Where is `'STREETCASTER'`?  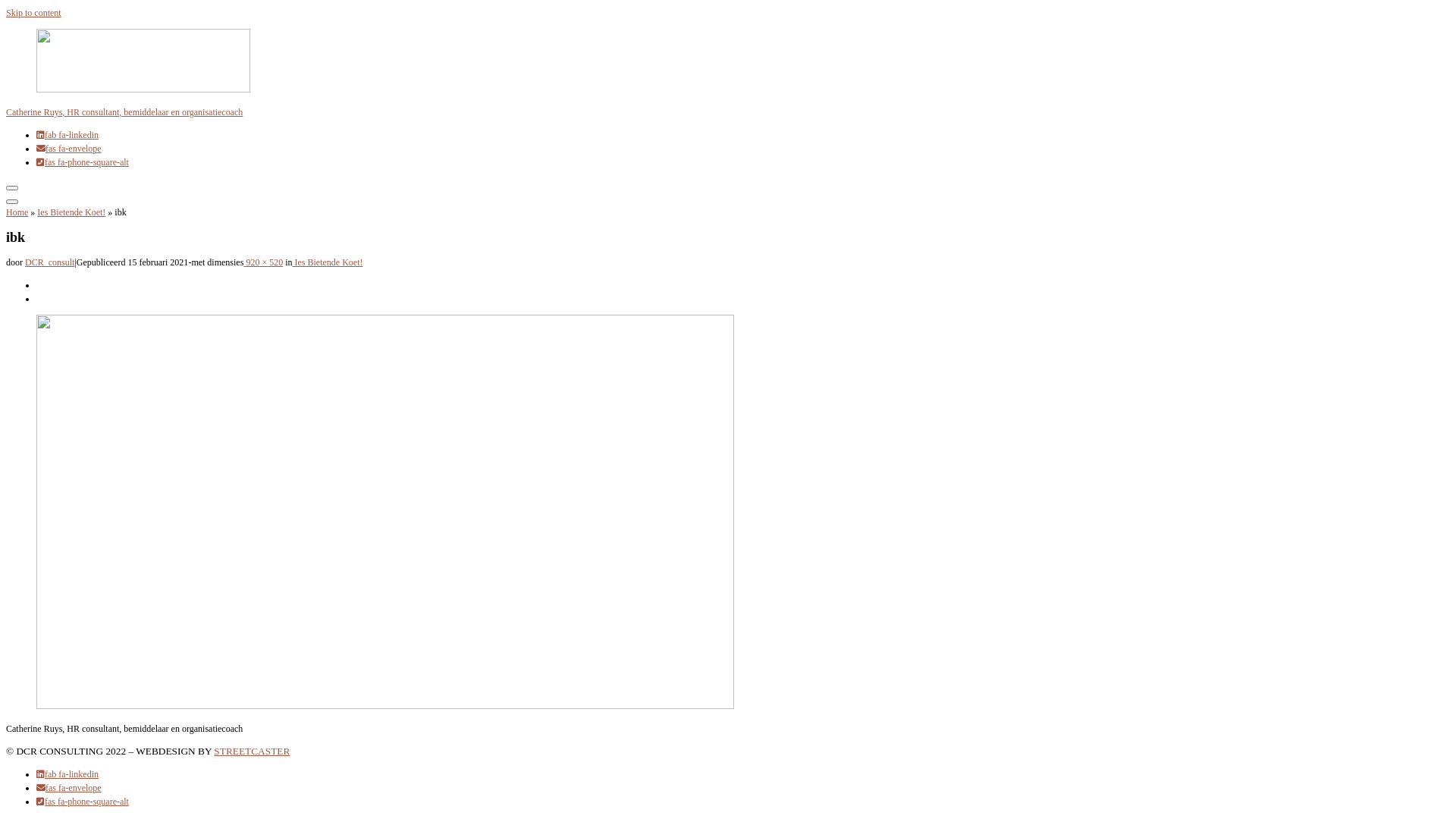
'STREETCASTER' is located at coordinates (213, 751).